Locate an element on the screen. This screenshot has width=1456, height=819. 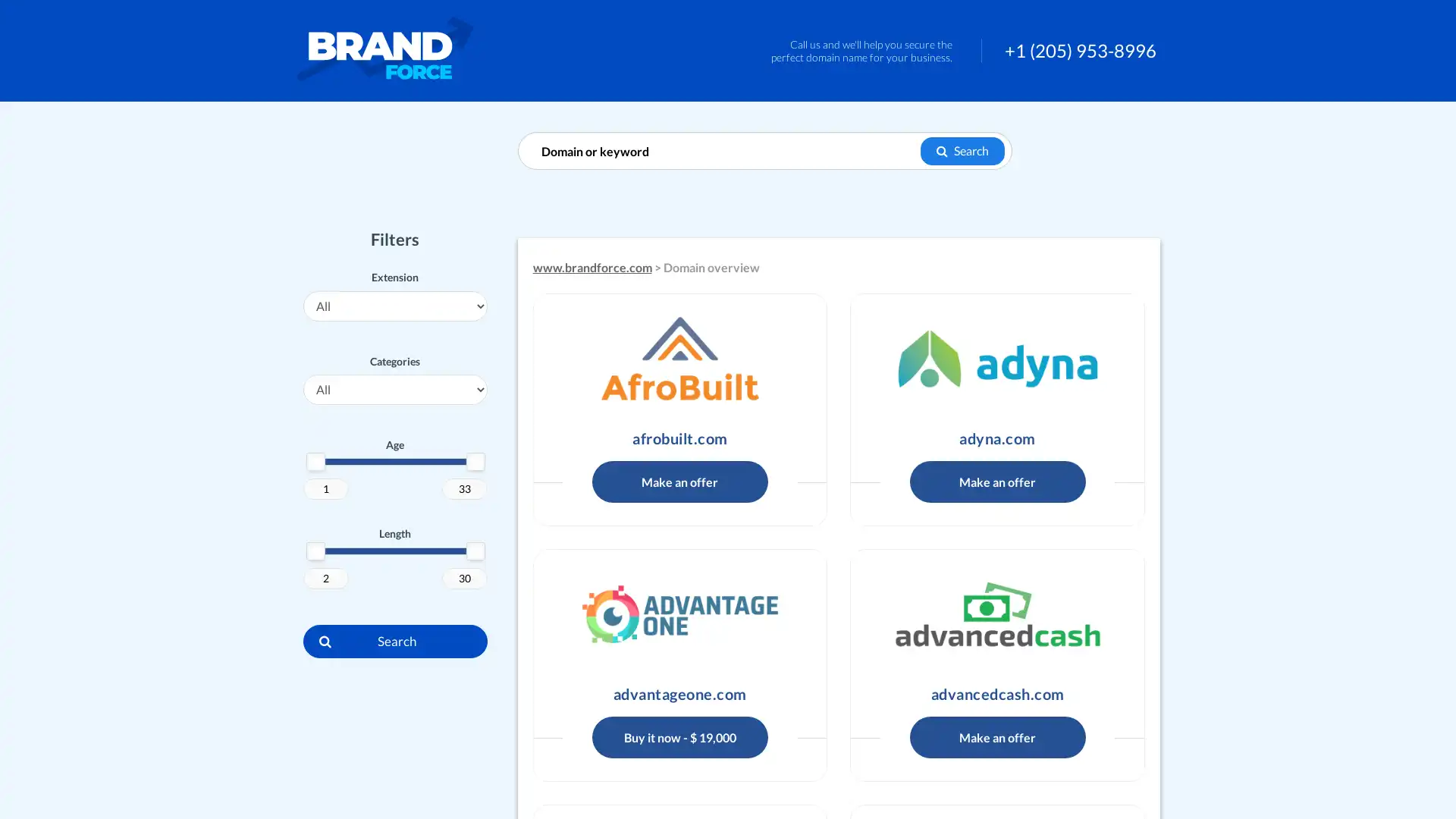
Make an offer is located at coordinates (679, 481).